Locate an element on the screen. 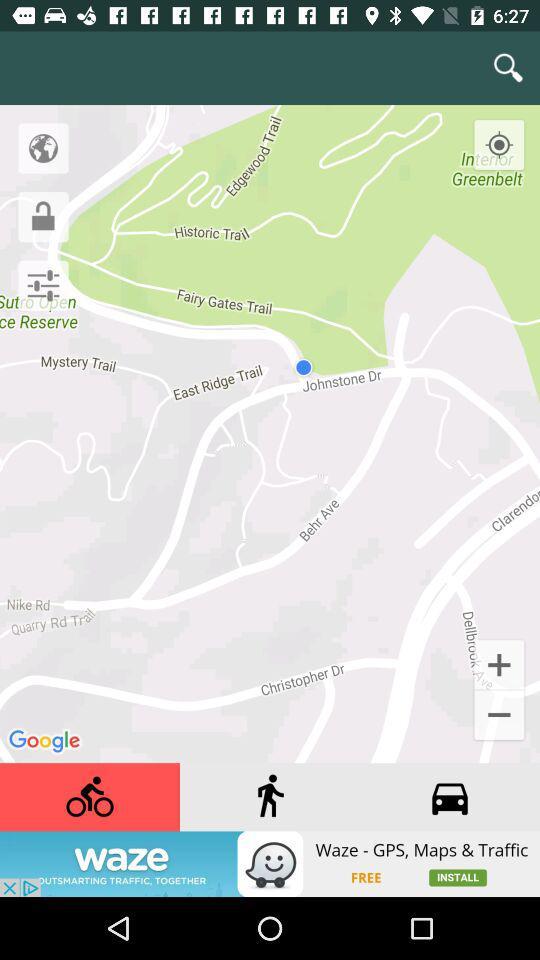 This screenshot has height=960, width=540. google is located at coordinates (46, 726).